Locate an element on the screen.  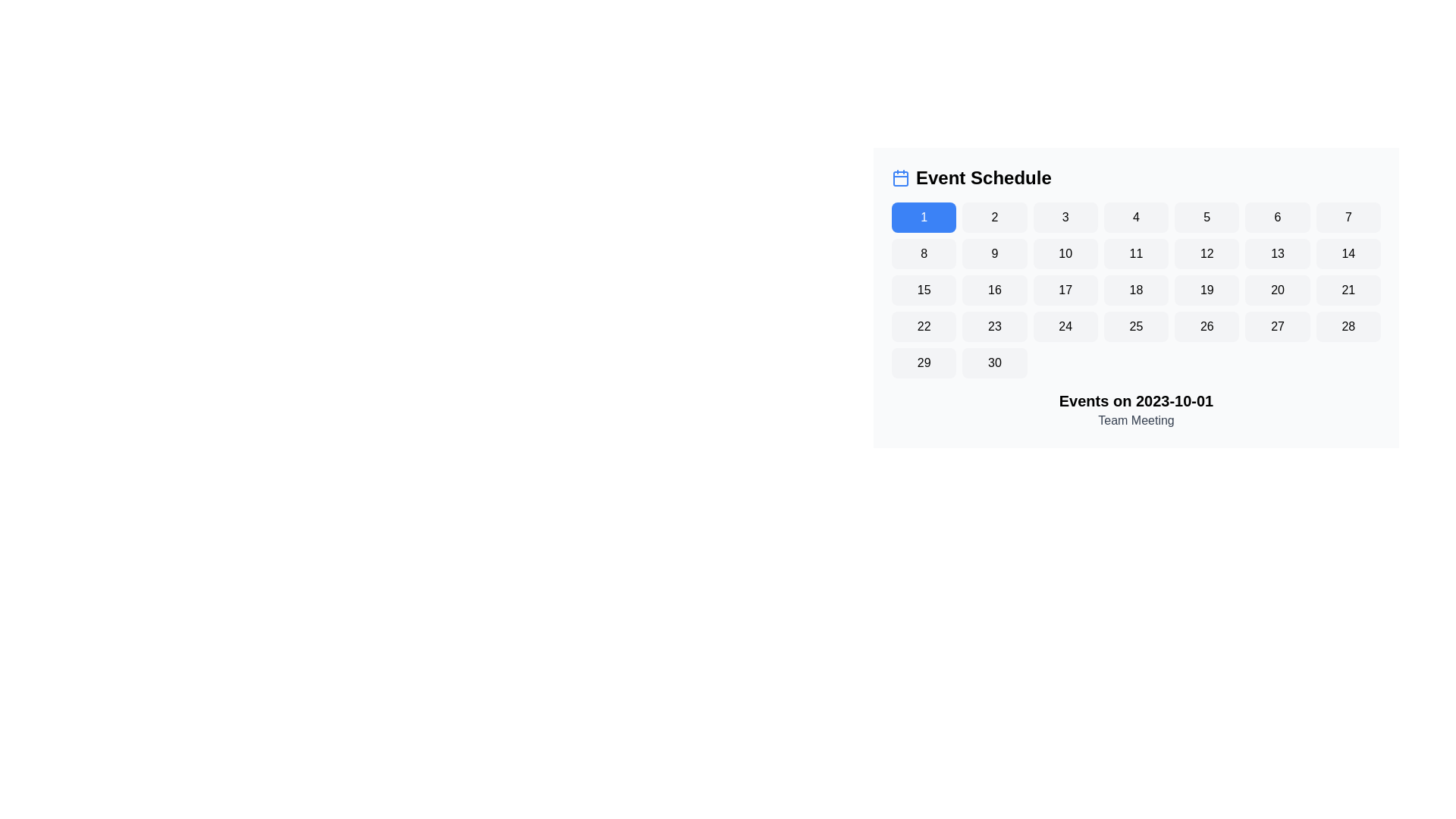
the button labeled '5' which has a gray background and black centered text is located at coordinates (1206, 217).